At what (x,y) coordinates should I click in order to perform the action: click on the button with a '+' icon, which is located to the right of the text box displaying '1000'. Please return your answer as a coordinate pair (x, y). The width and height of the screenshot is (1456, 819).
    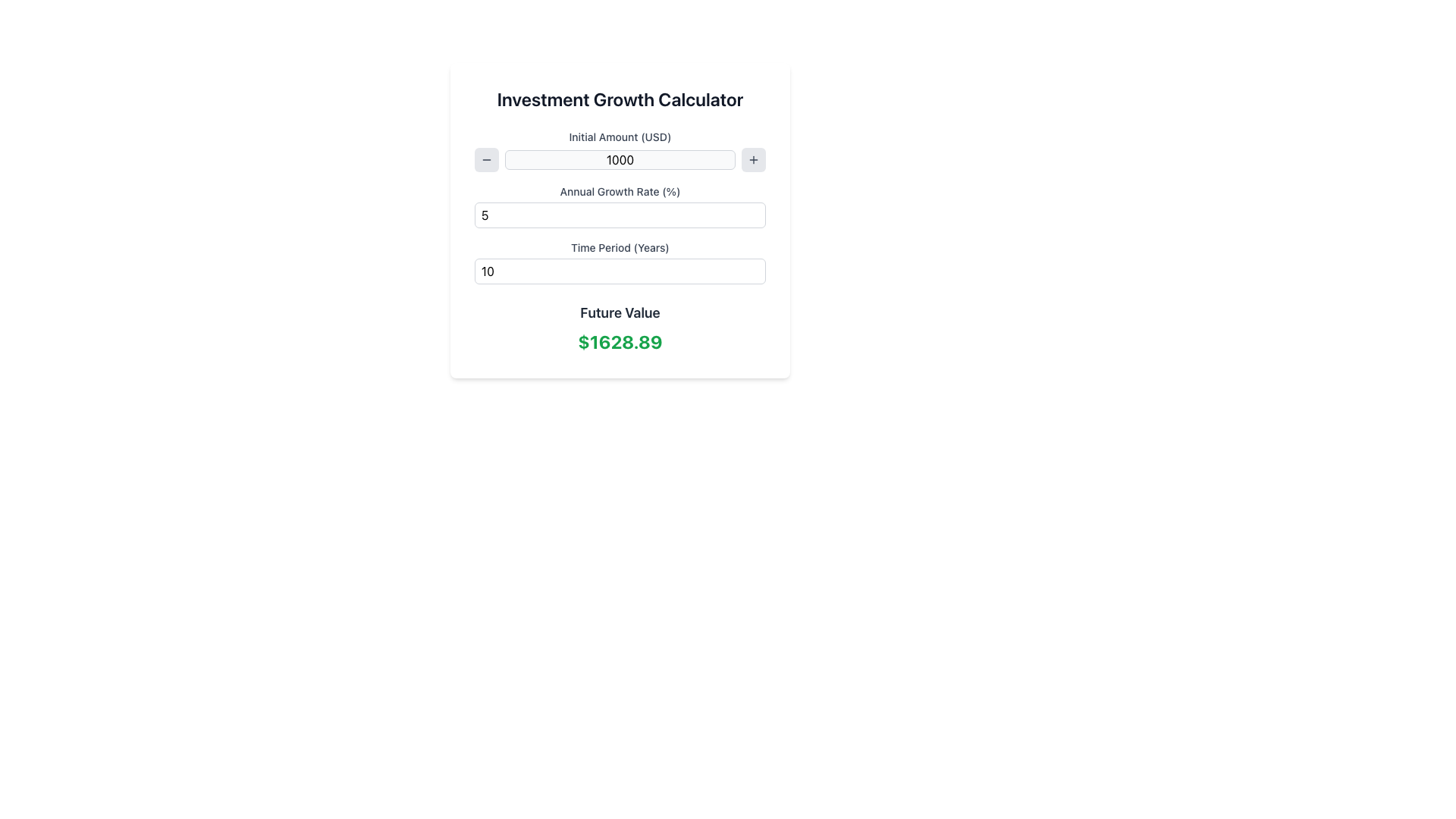
    Looking at the image, I should click on (753, 160).